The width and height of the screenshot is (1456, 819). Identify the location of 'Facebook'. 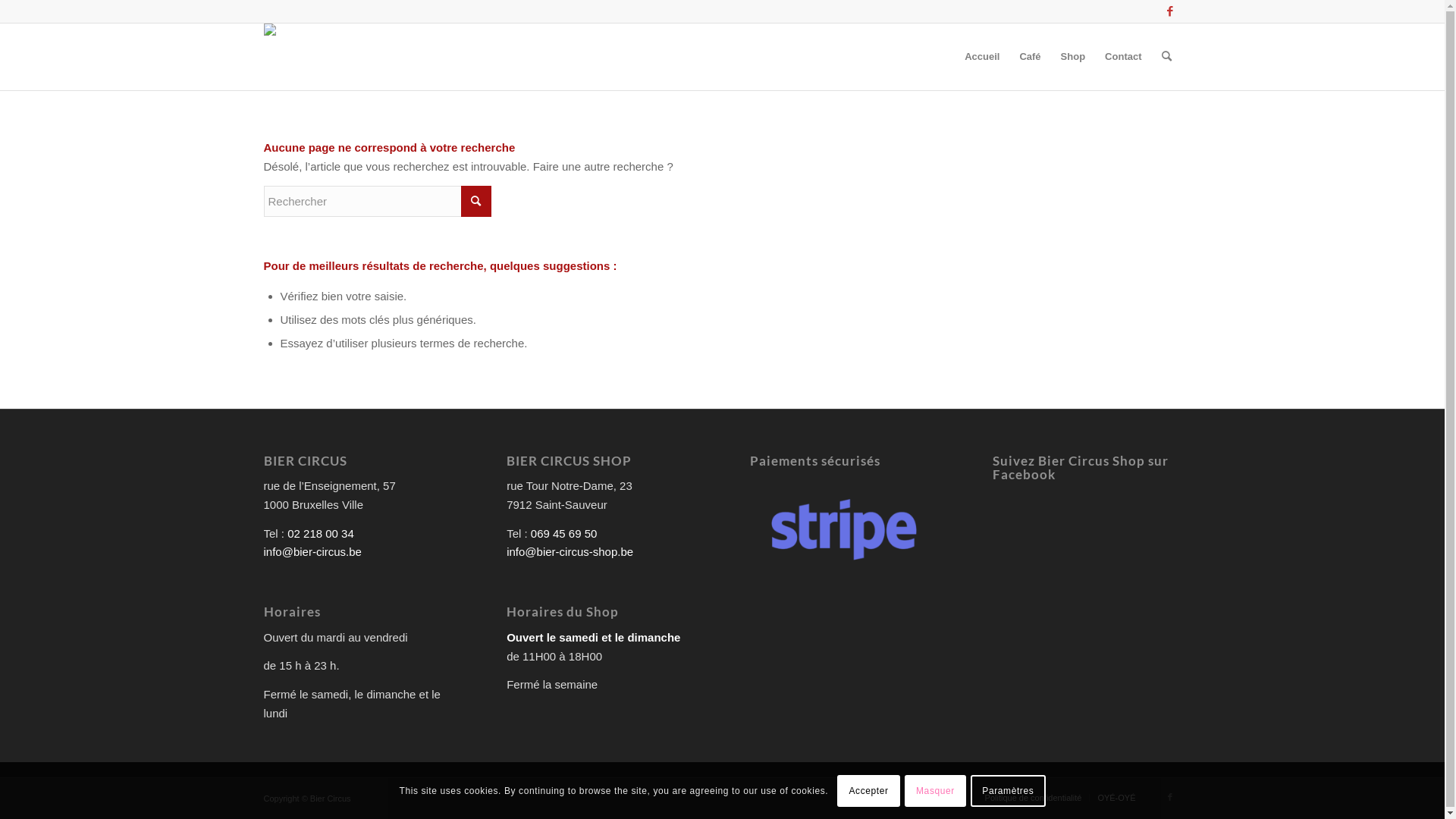
(1169, 11).